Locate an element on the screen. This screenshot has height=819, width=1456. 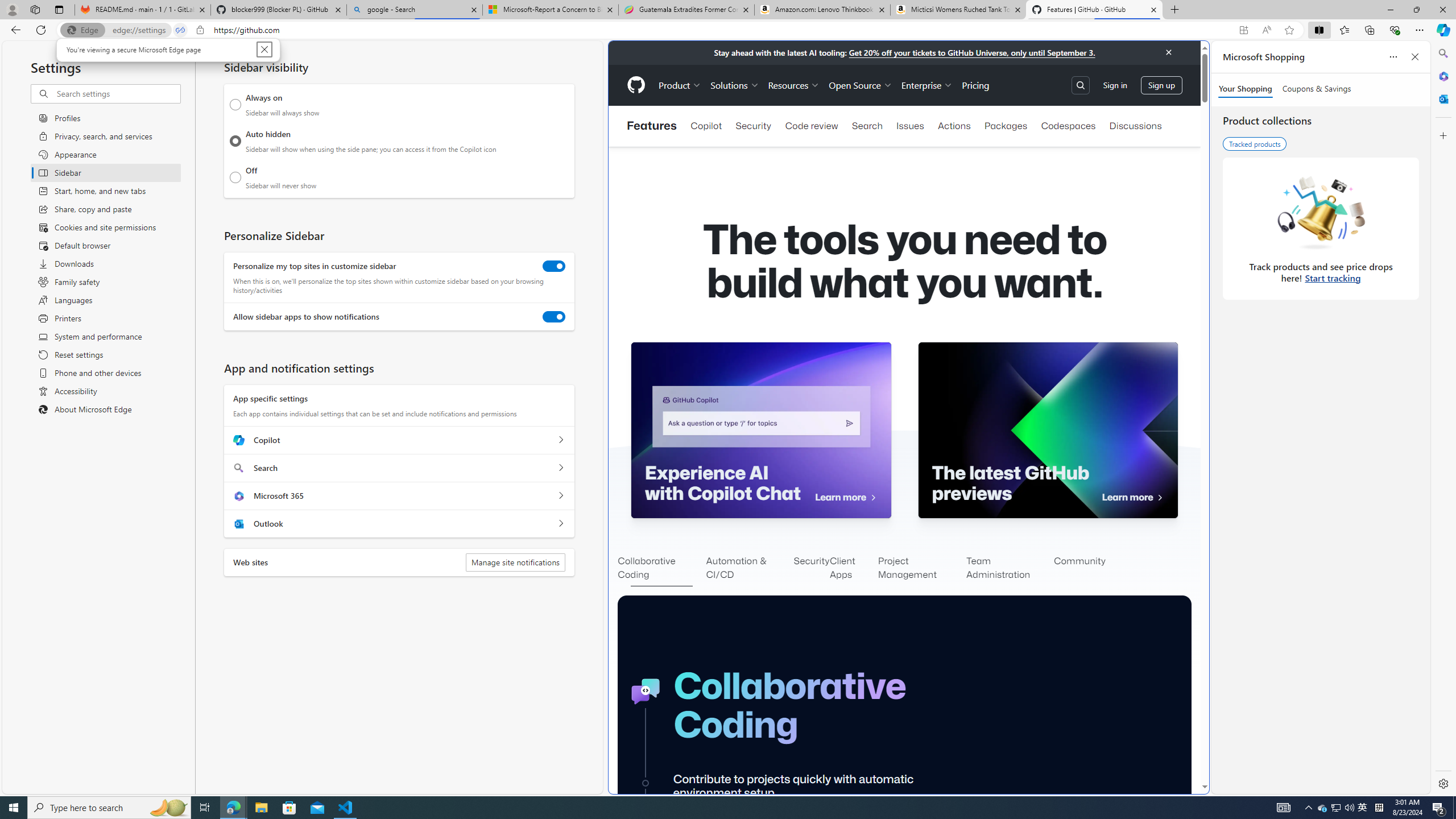
'Microsoft Store' is located at coordinates (289, 806).